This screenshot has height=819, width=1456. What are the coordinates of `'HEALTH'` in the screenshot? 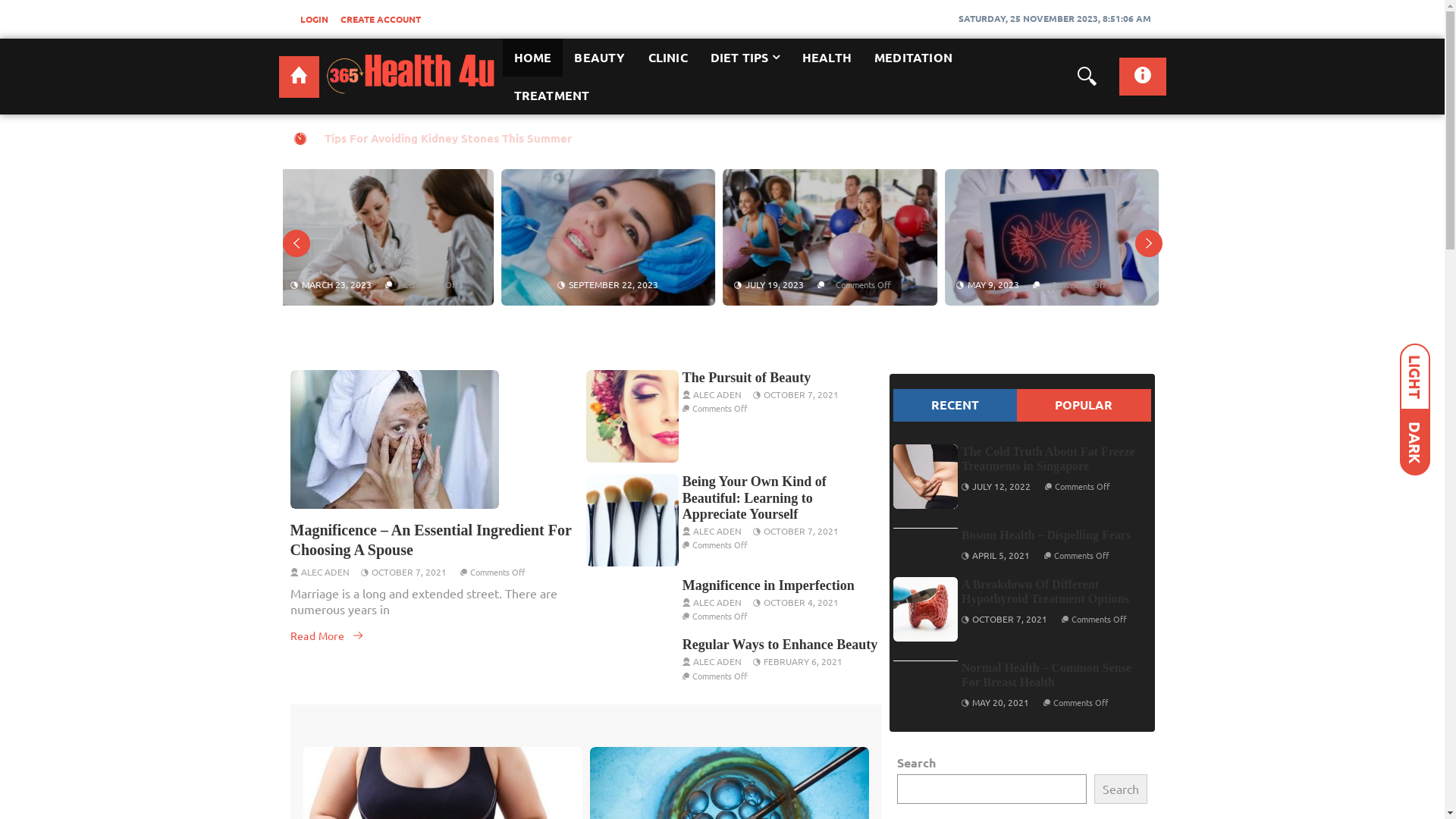 It's located at (789, 57).